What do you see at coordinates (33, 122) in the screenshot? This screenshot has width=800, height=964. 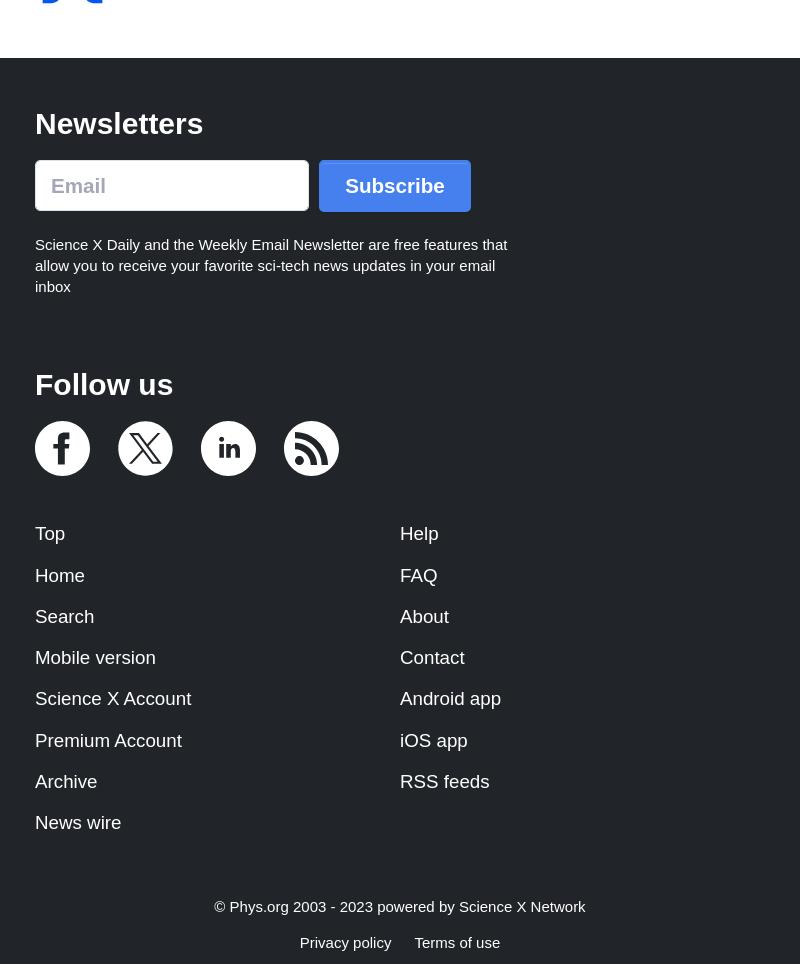 I see `'Newsletters'` at bounding box center [33, 122].